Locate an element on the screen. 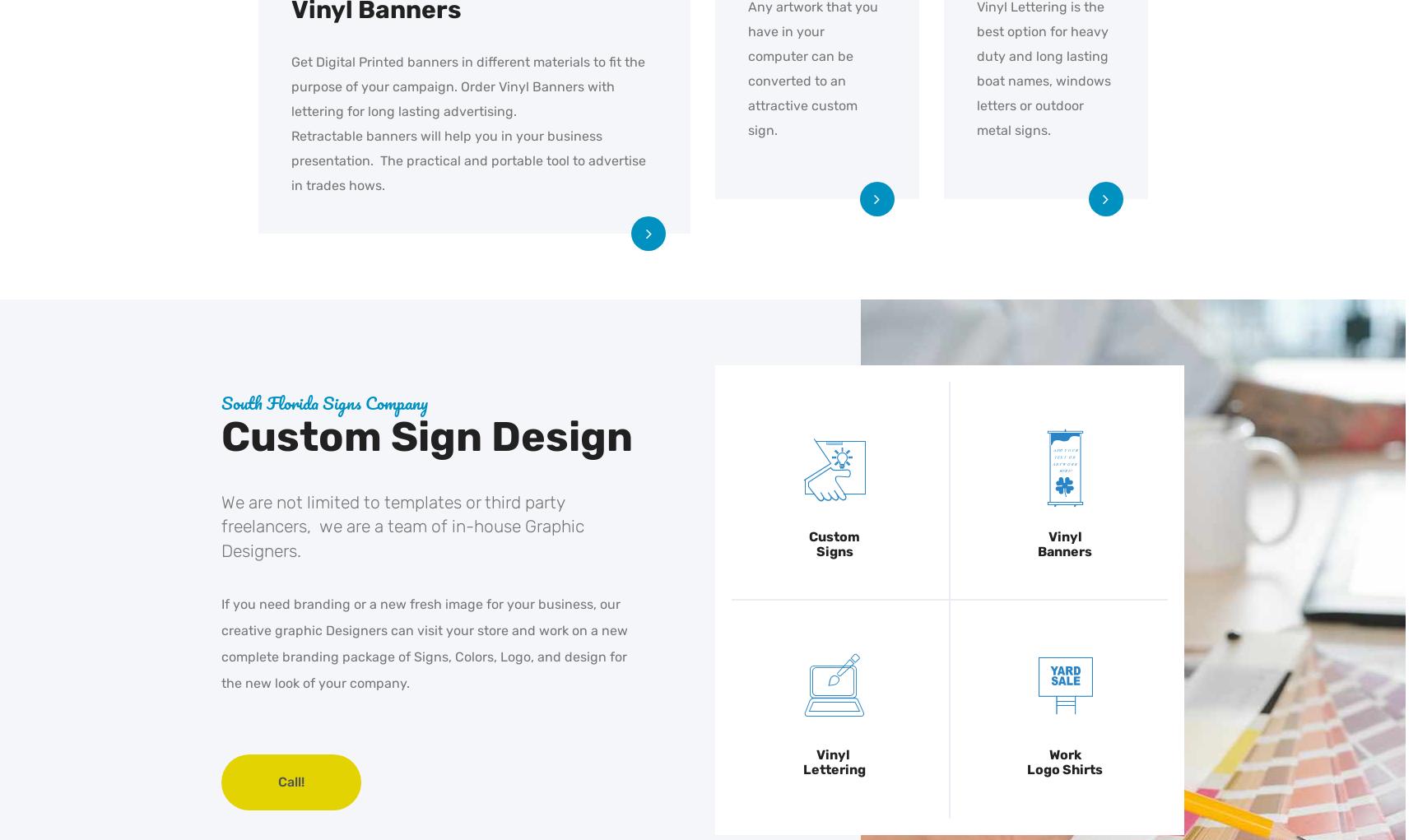  'Retractable banners will help you in your business presentation.  The practical and portable tool to advertise in trades hows.' is located at coordinates (468, 160).